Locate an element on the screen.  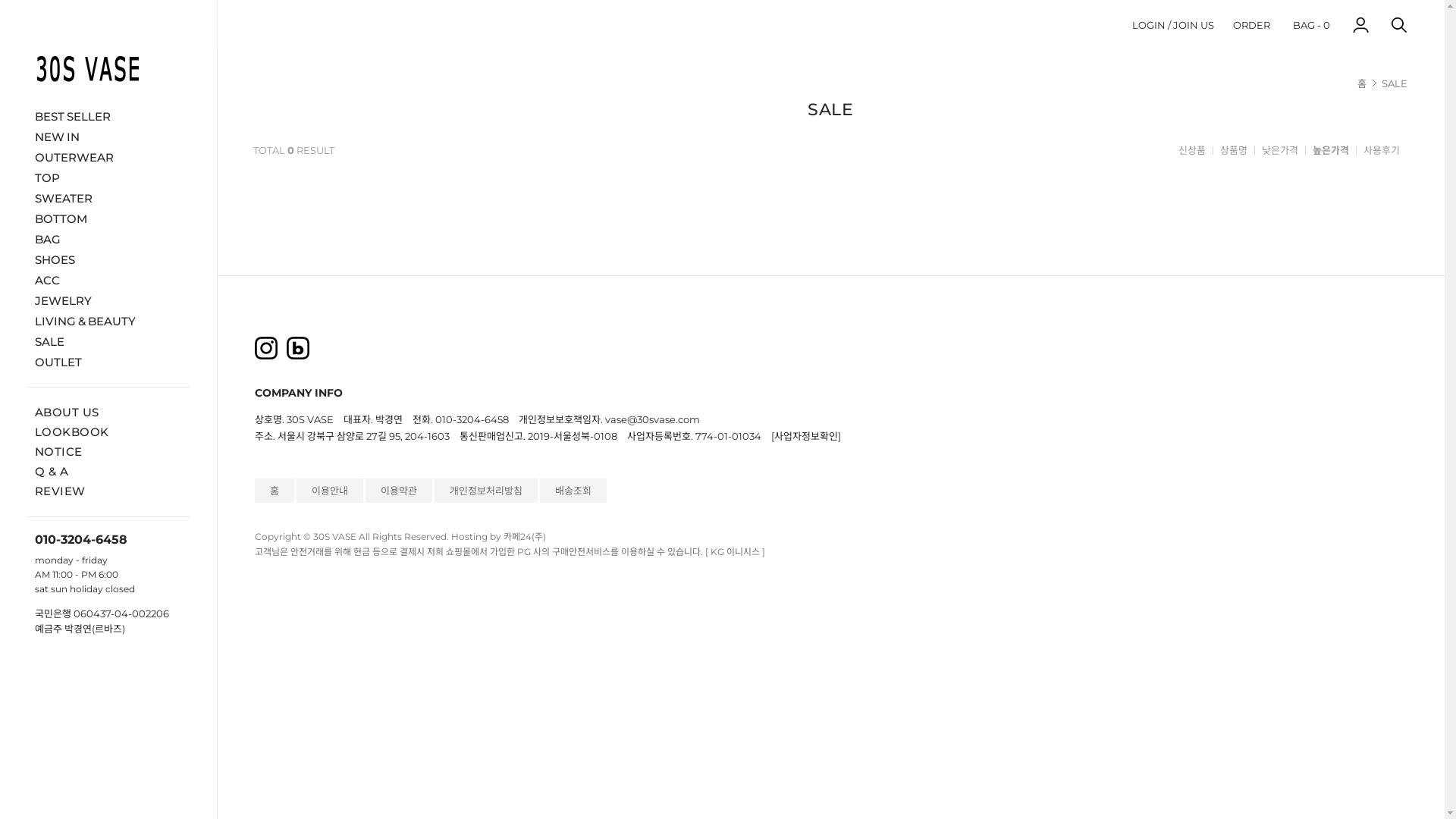
'BEST SELLER' is located at coordinates (108, 115).